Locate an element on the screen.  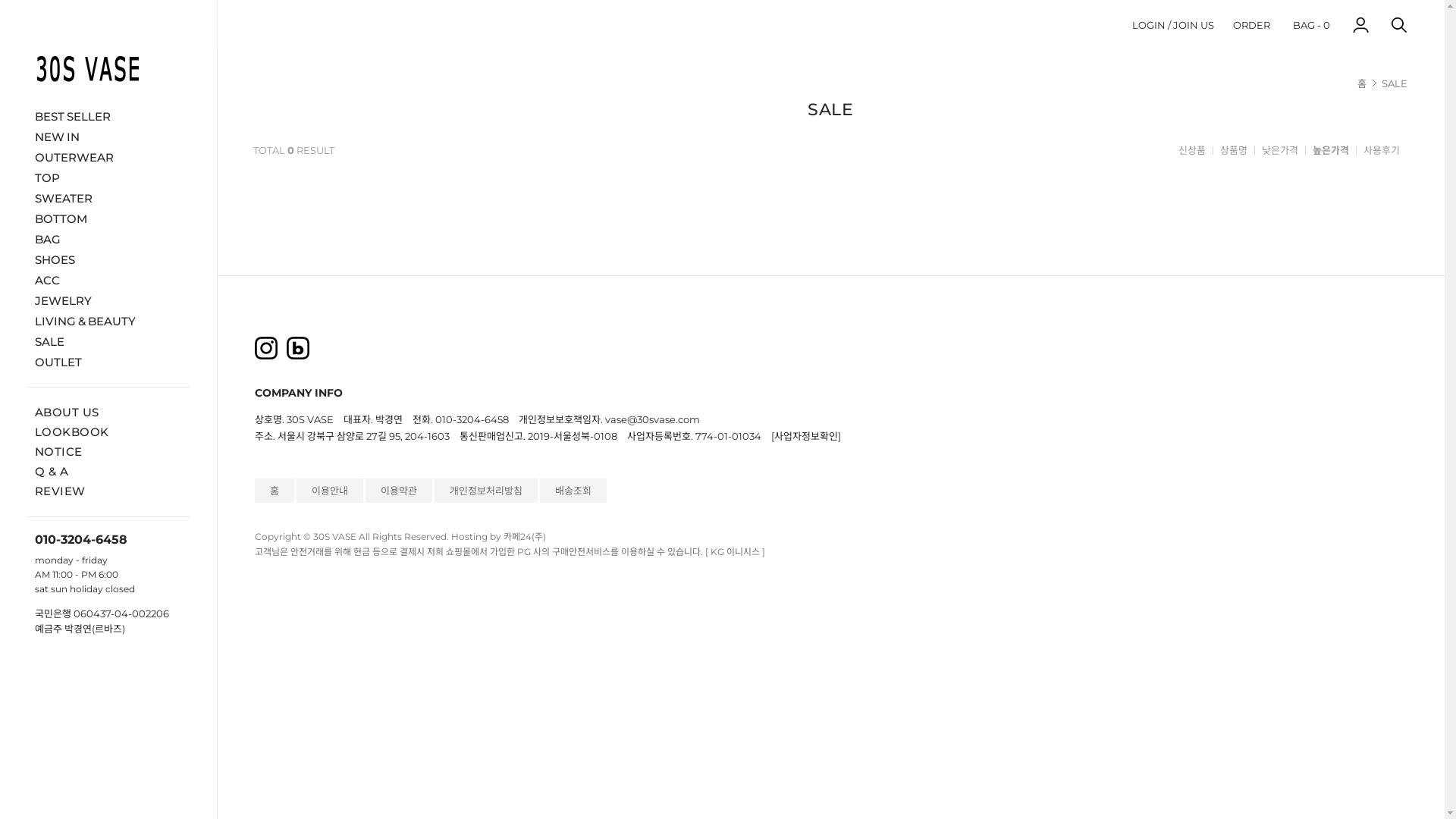
'BEST SELLER' is located at coordinates (108, 115).